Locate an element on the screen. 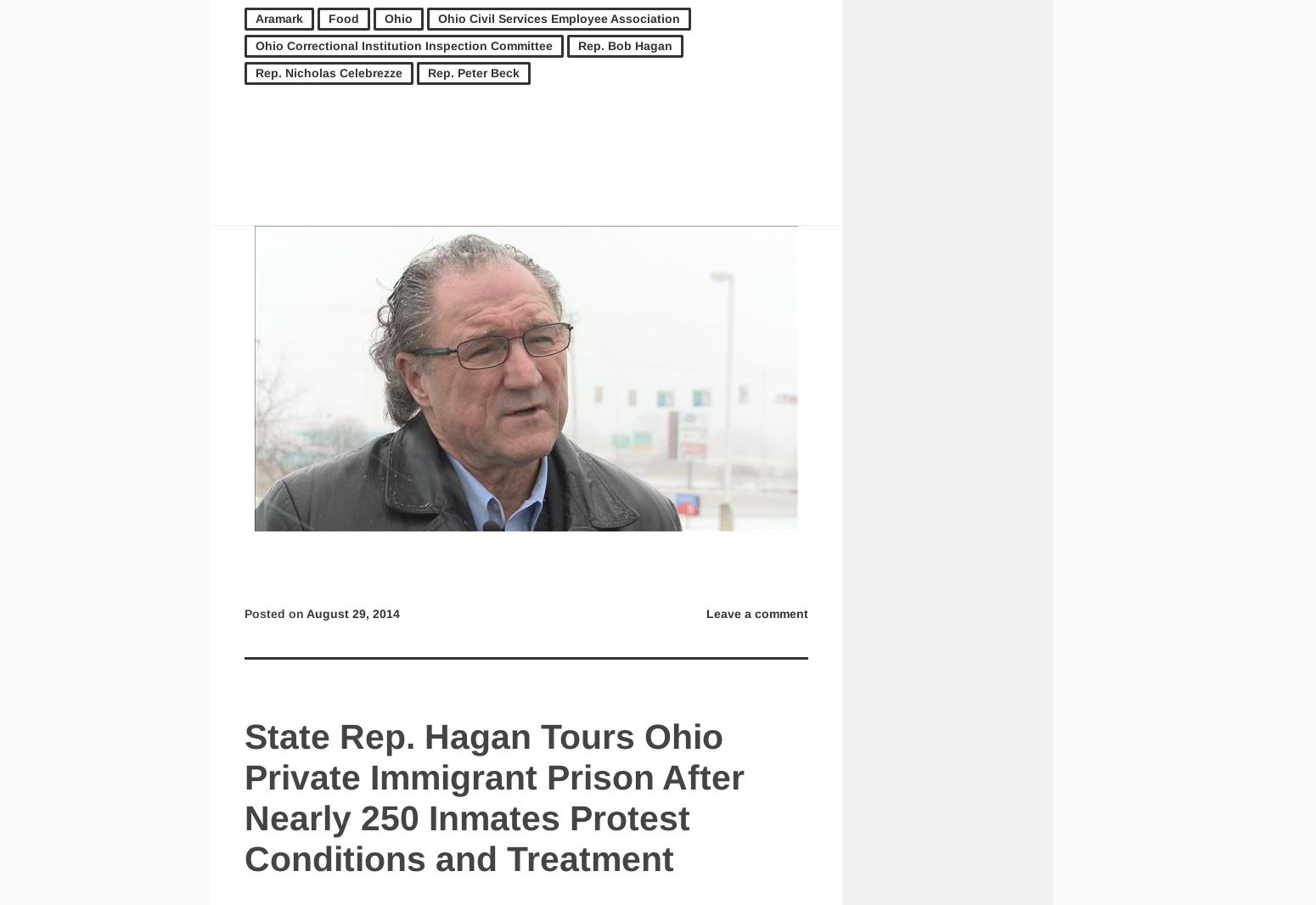  'Posted on' is located at coordinates (274, 612).